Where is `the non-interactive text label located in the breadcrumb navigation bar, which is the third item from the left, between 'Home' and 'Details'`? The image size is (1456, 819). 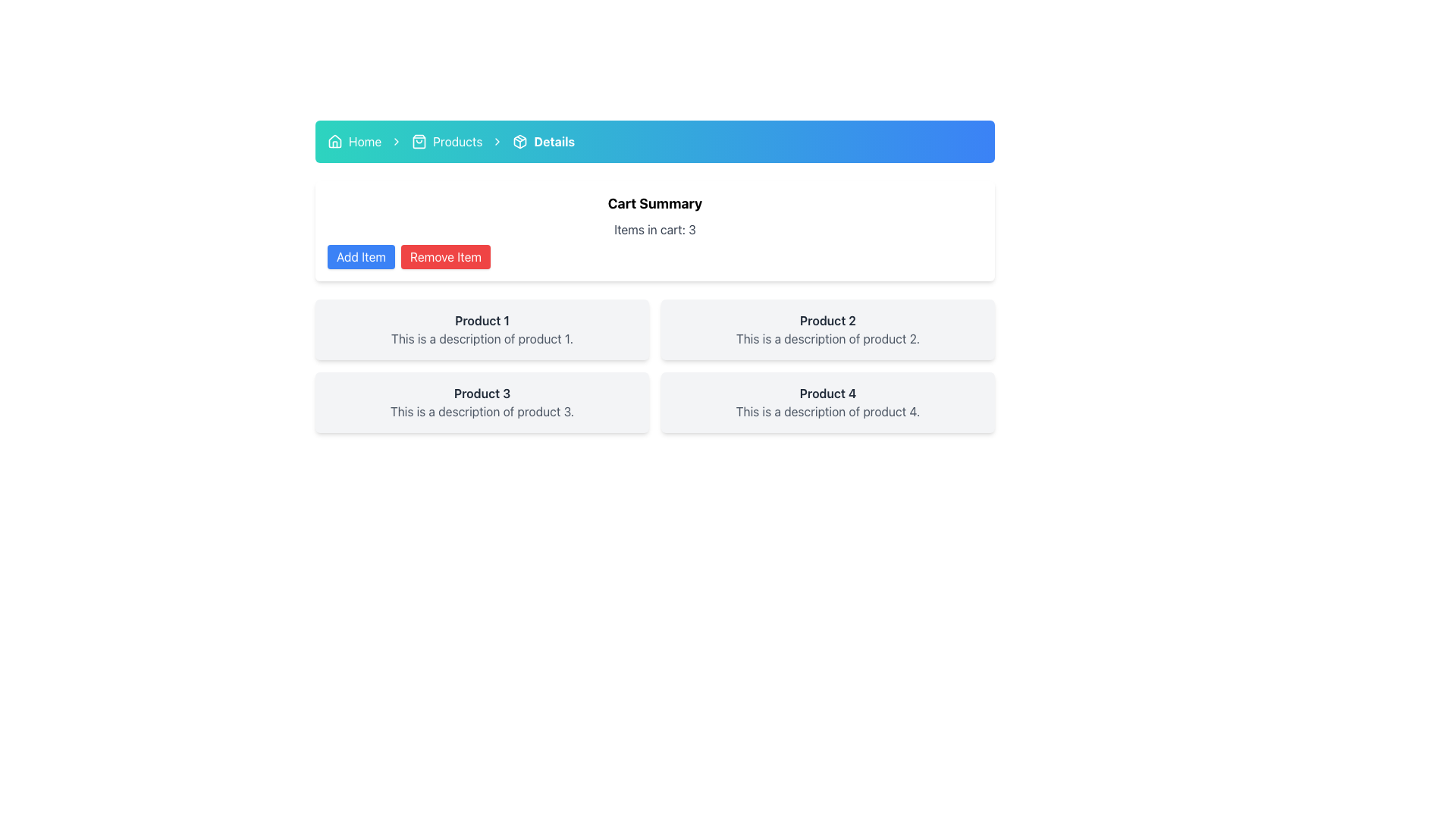
the non-interactive text label located in the breadcrumb navigation bar, which is the third item from the left, between 'Home' and 'Details' is located at coordinates (457, 141).